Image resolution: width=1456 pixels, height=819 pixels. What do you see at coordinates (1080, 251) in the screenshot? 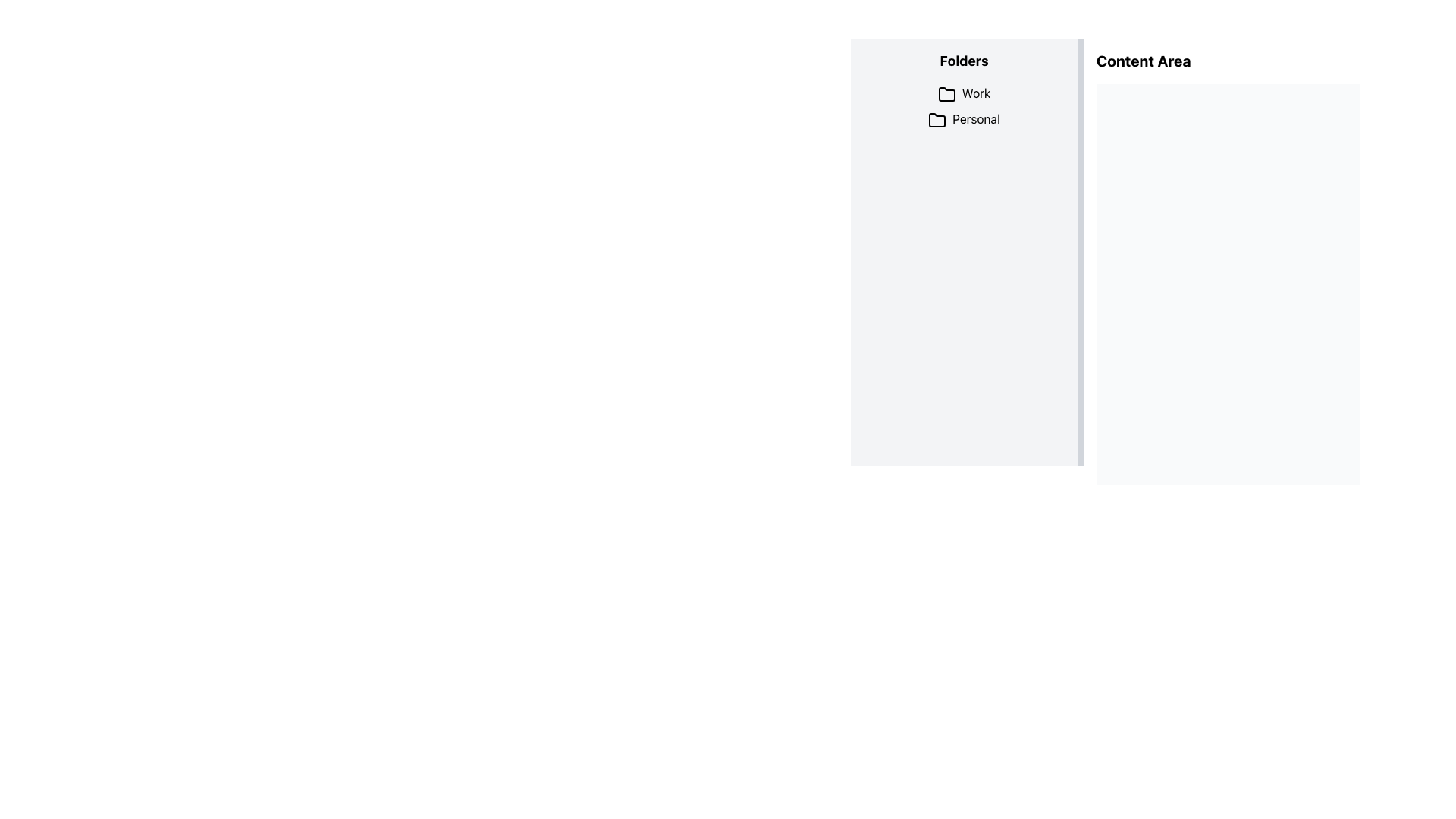
I see `the Horizontal Resize Handle located between the 'Folders' section and the 'Content Area' section` at bounding box center [1080, 251].